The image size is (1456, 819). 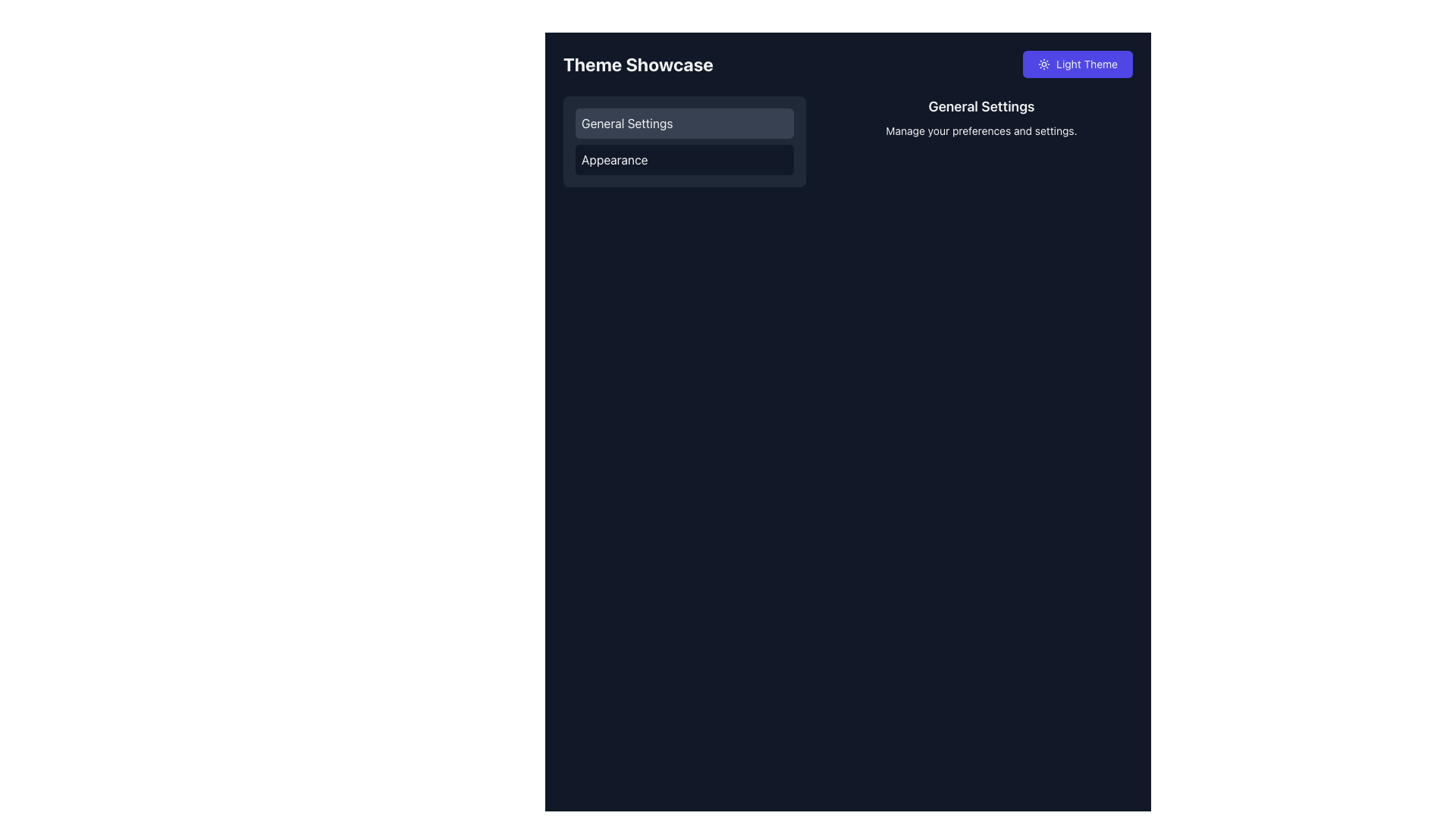 I want to click on the Text Label that provides additional information about the 'General Settings' section, located below the 'General Settings' title, so click(x=981, y=130).